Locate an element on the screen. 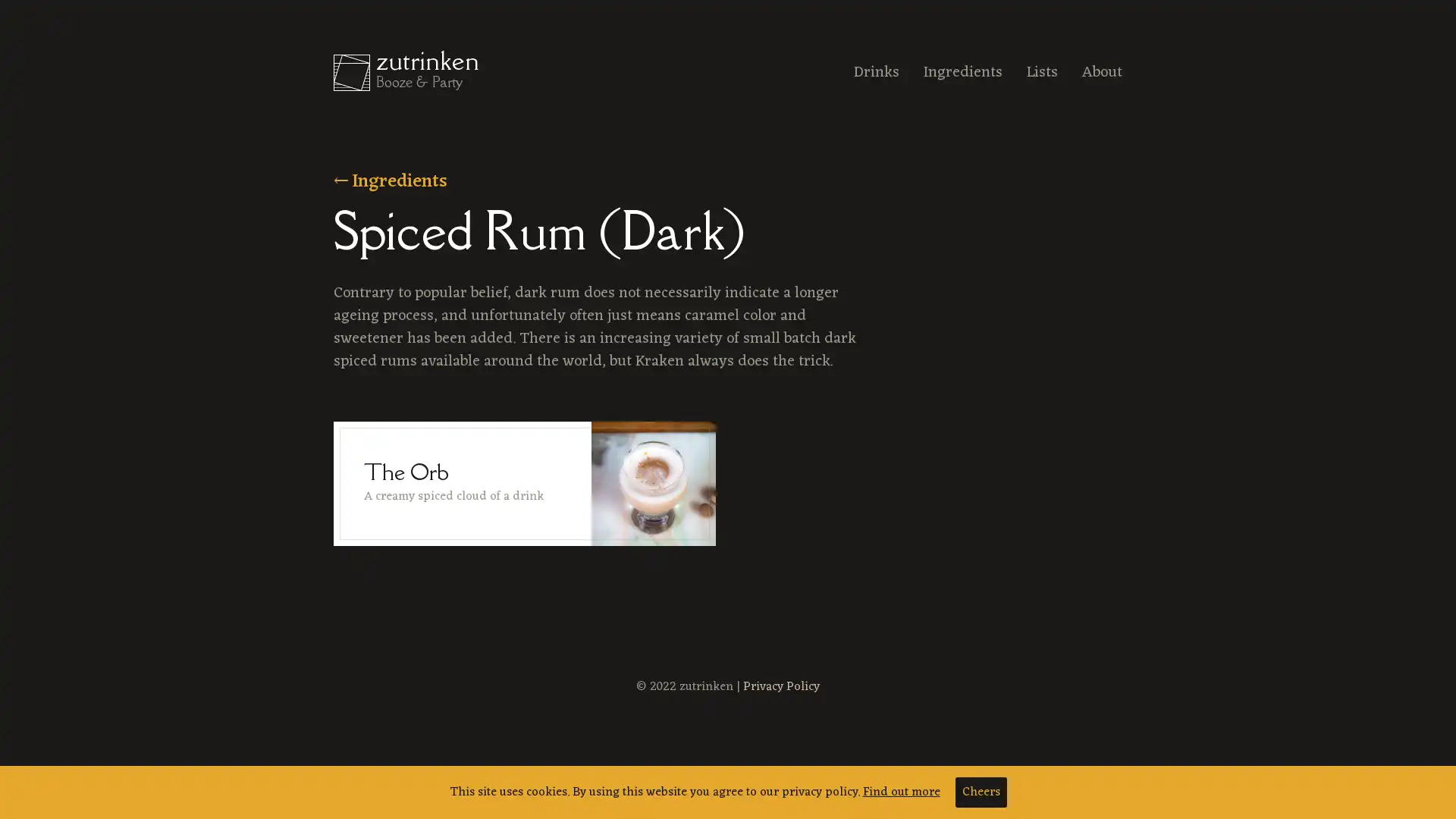 The width and height of the screenshot is (1456, 819). Cheers is located at coordinates (980, 792).